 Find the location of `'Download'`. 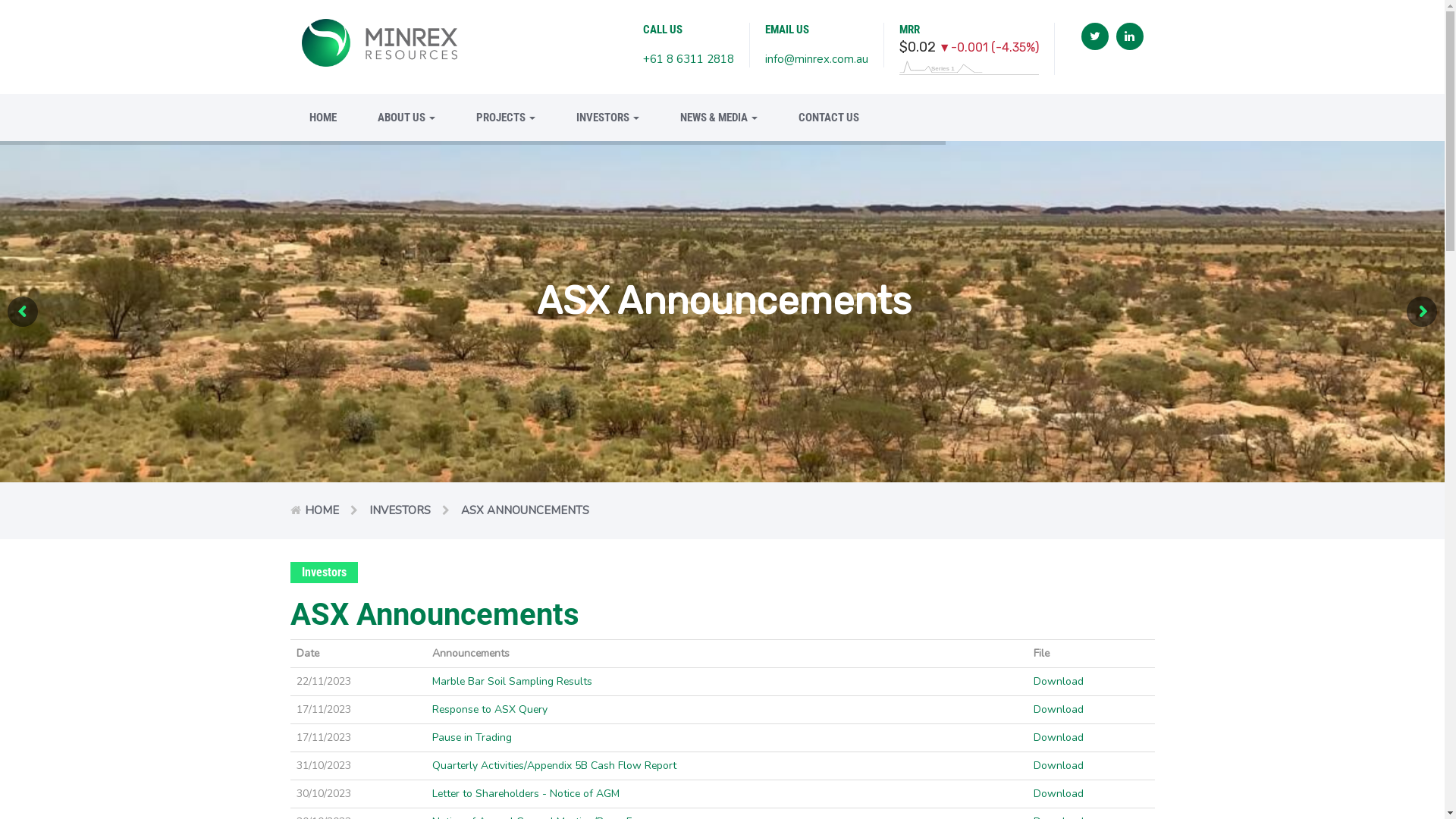

'Download' is located at coordinates (1058, 709).